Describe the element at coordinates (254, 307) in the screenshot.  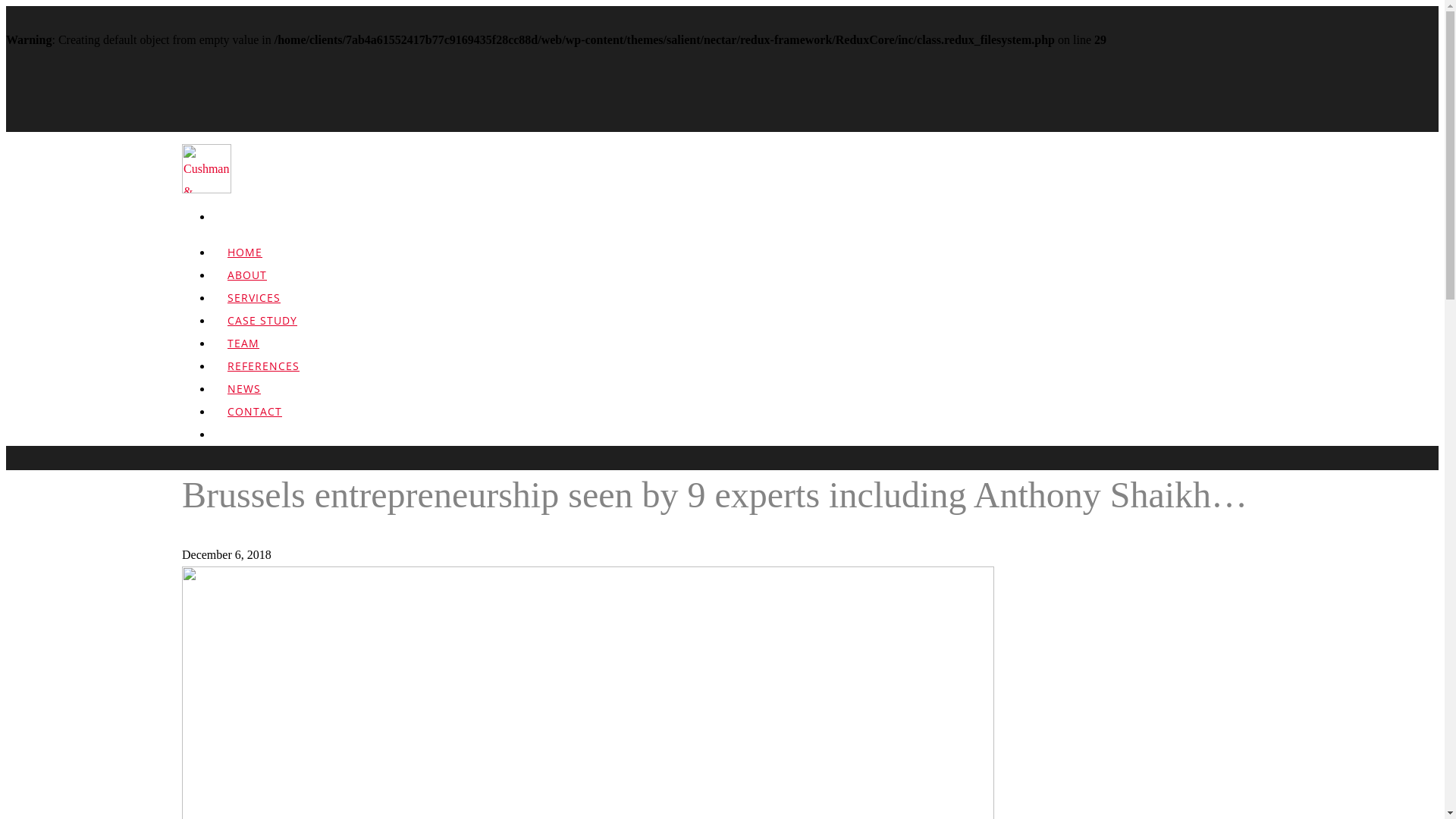
I see `'SERVICES'` at that location.